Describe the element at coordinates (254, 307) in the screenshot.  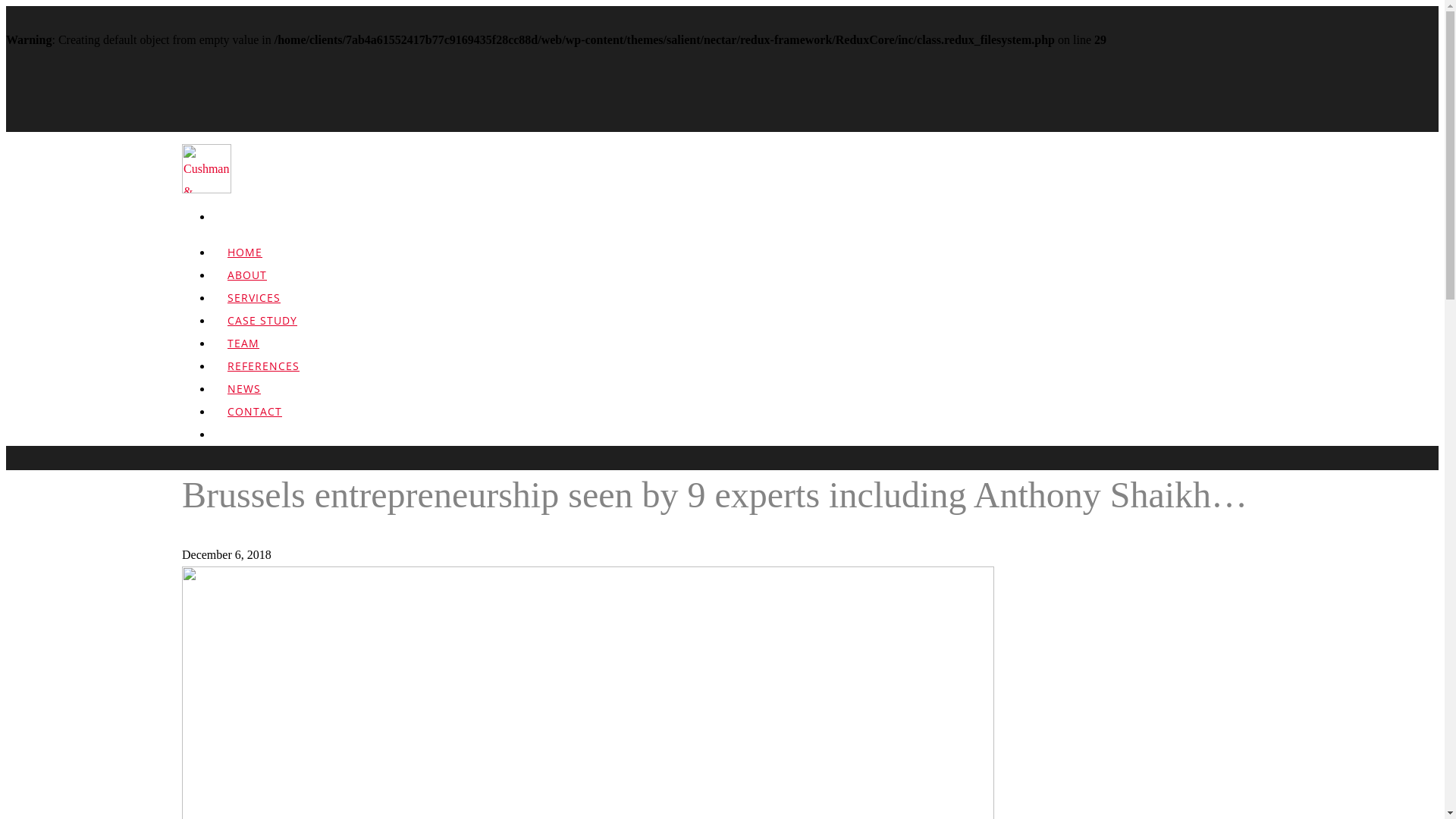
I see `'SERVICES'` at that location.